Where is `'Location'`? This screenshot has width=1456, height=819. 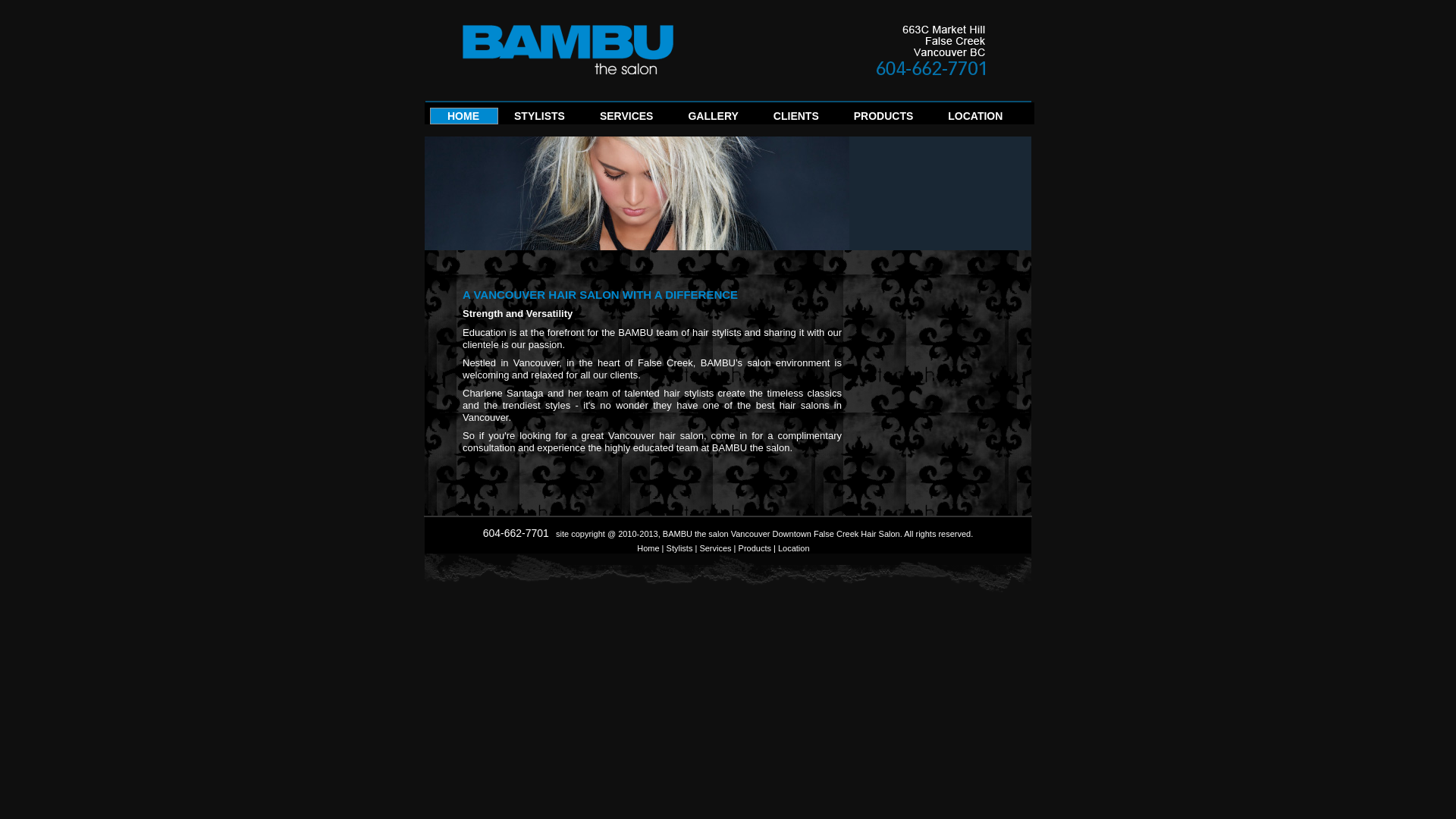
'Location' is located at coordinates (792, 548).